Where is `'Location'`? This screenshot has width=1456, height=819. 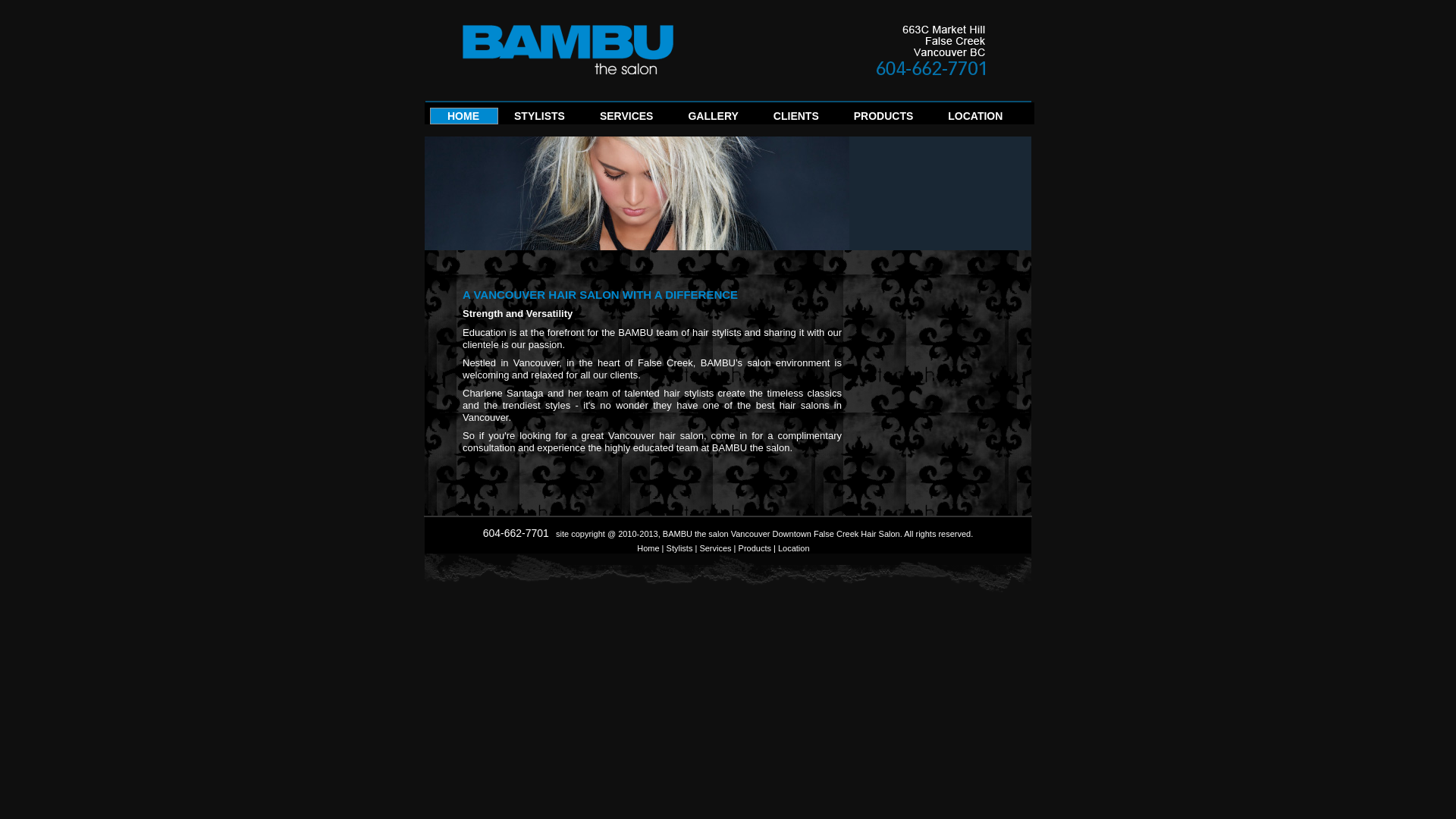
'Location' is located at coordinates (792, 548).